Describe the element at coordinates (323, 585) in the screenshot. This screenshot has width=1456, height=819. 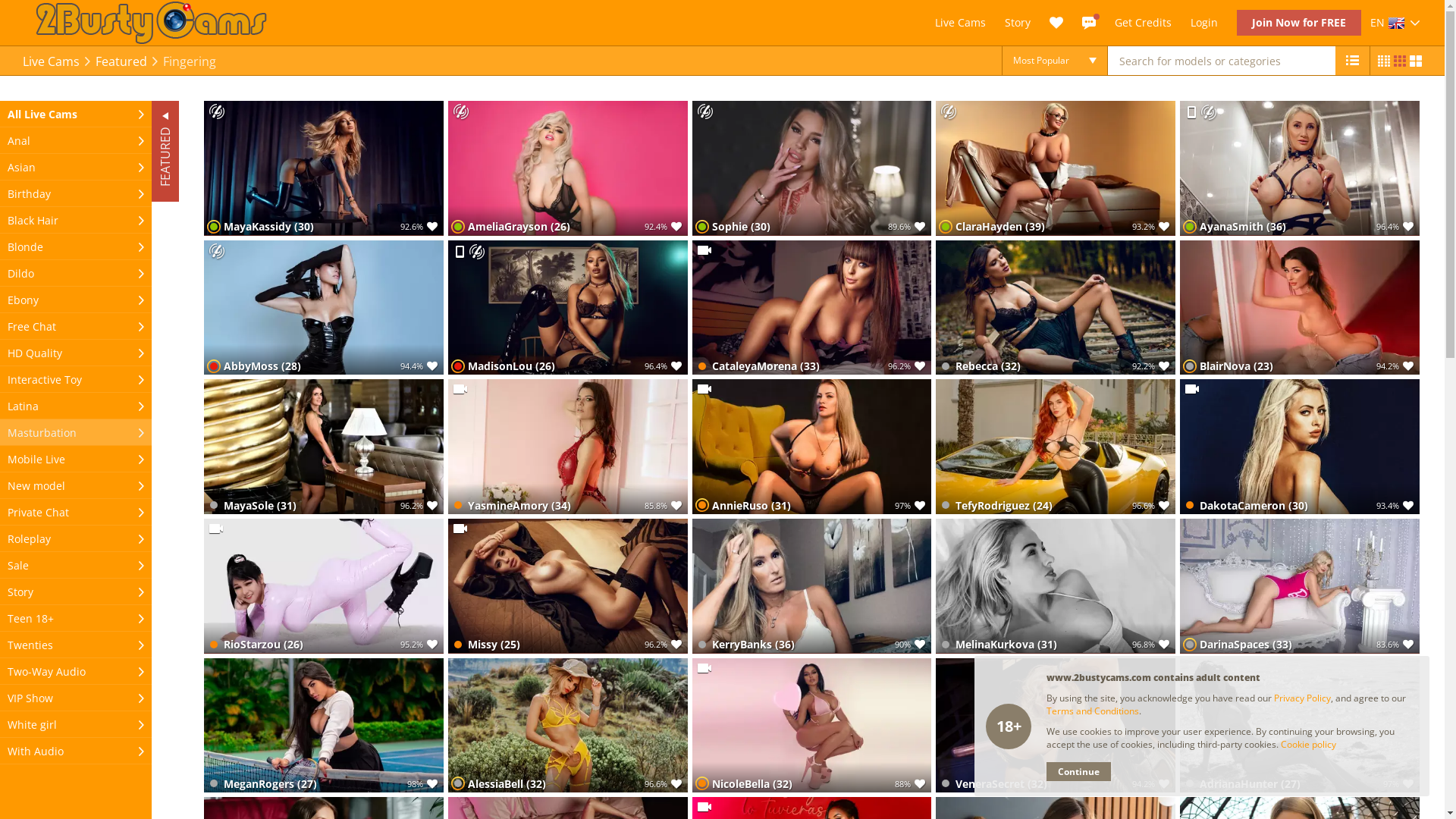
I see `'RioStarzou (26)` at that location.